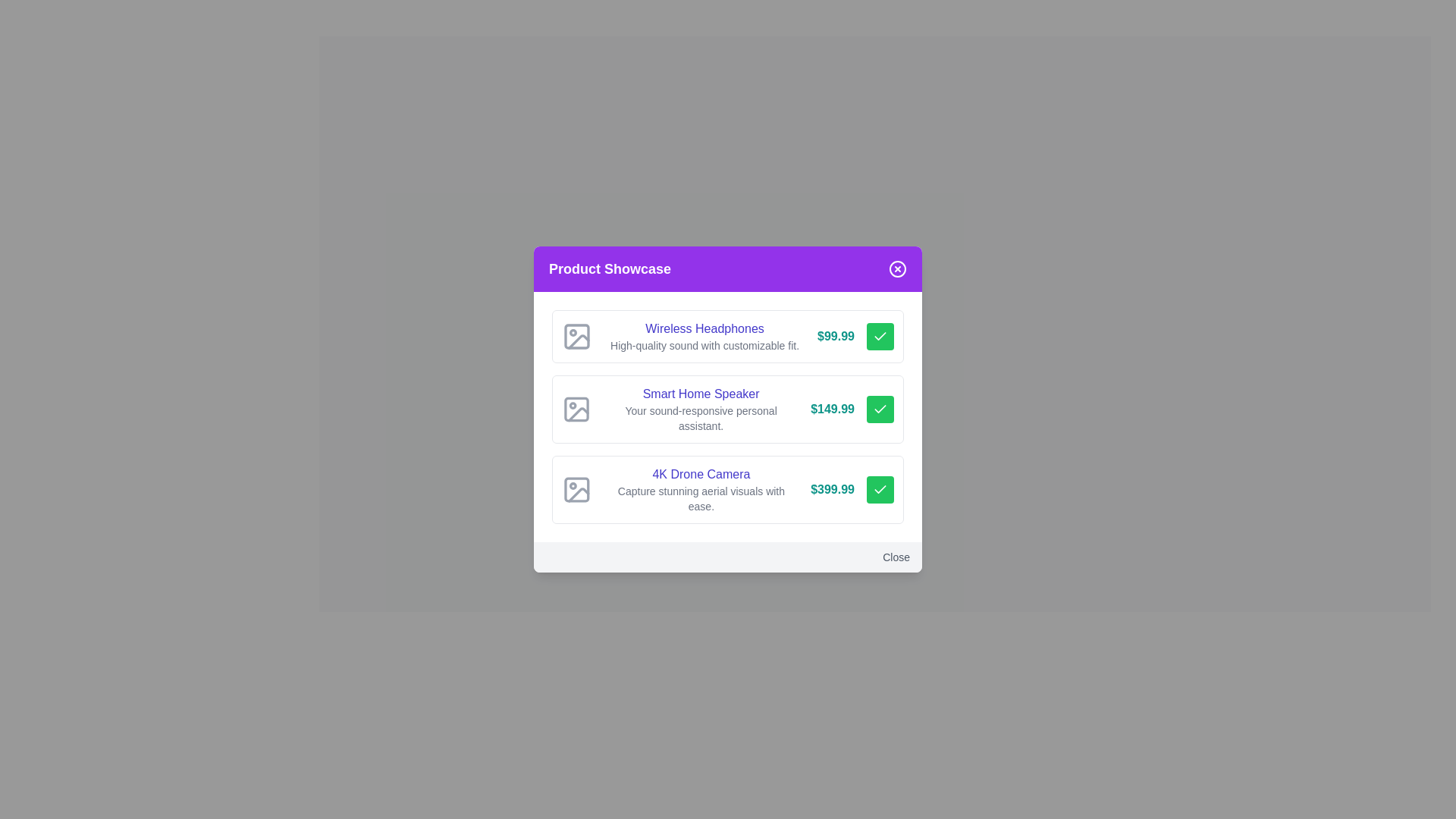  Describe the element at coordinates (898, 268) in the screenshot. I see `the circular dismiss icon with a cross symbol located in the top-right corner of the 'Product Showcase' header` at that location.